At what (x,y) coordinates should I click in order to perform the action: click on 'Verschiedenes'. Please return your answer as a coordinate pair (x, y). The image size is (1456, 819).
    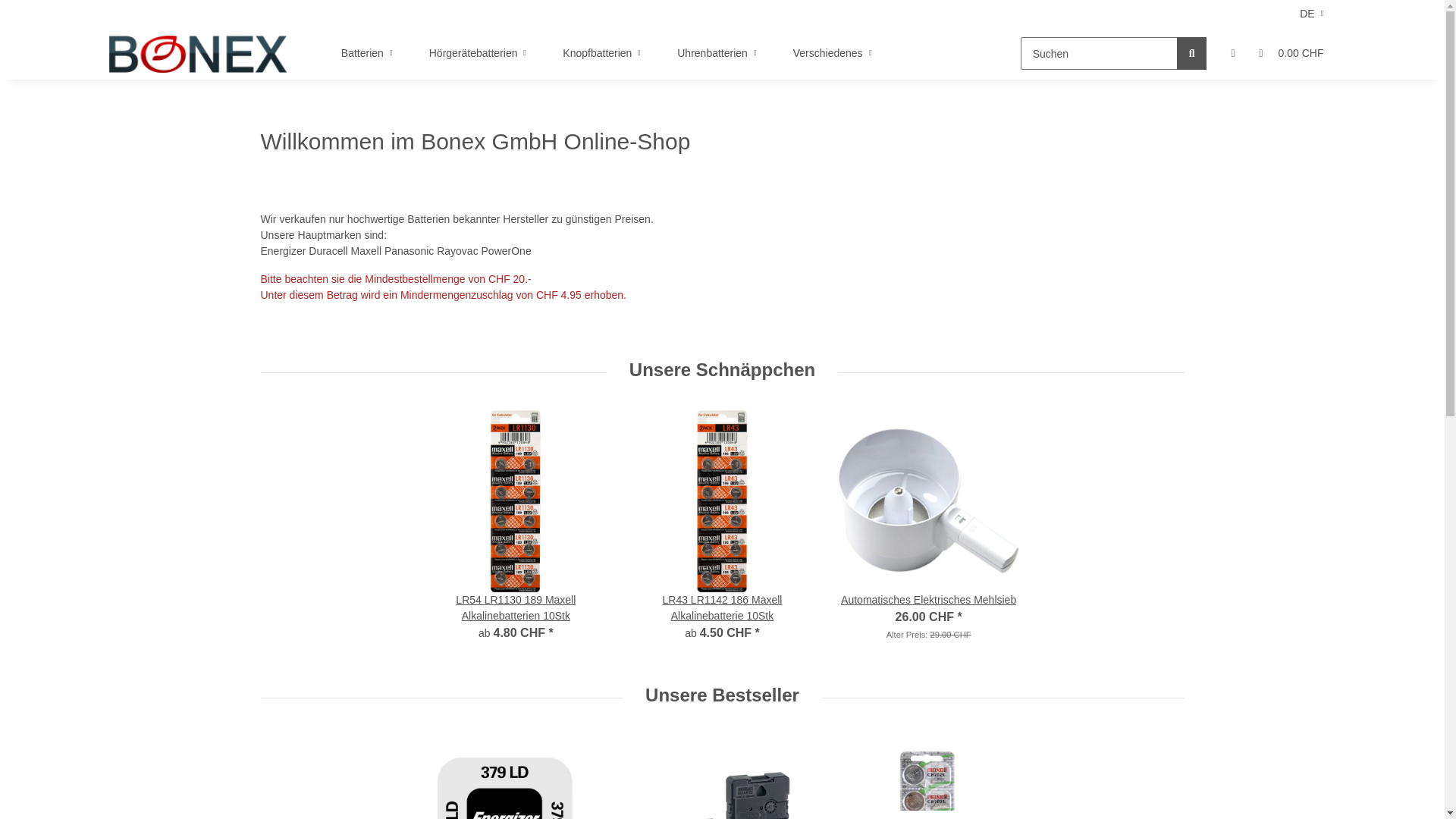
    Looking at the image, I should click on (832, 52).